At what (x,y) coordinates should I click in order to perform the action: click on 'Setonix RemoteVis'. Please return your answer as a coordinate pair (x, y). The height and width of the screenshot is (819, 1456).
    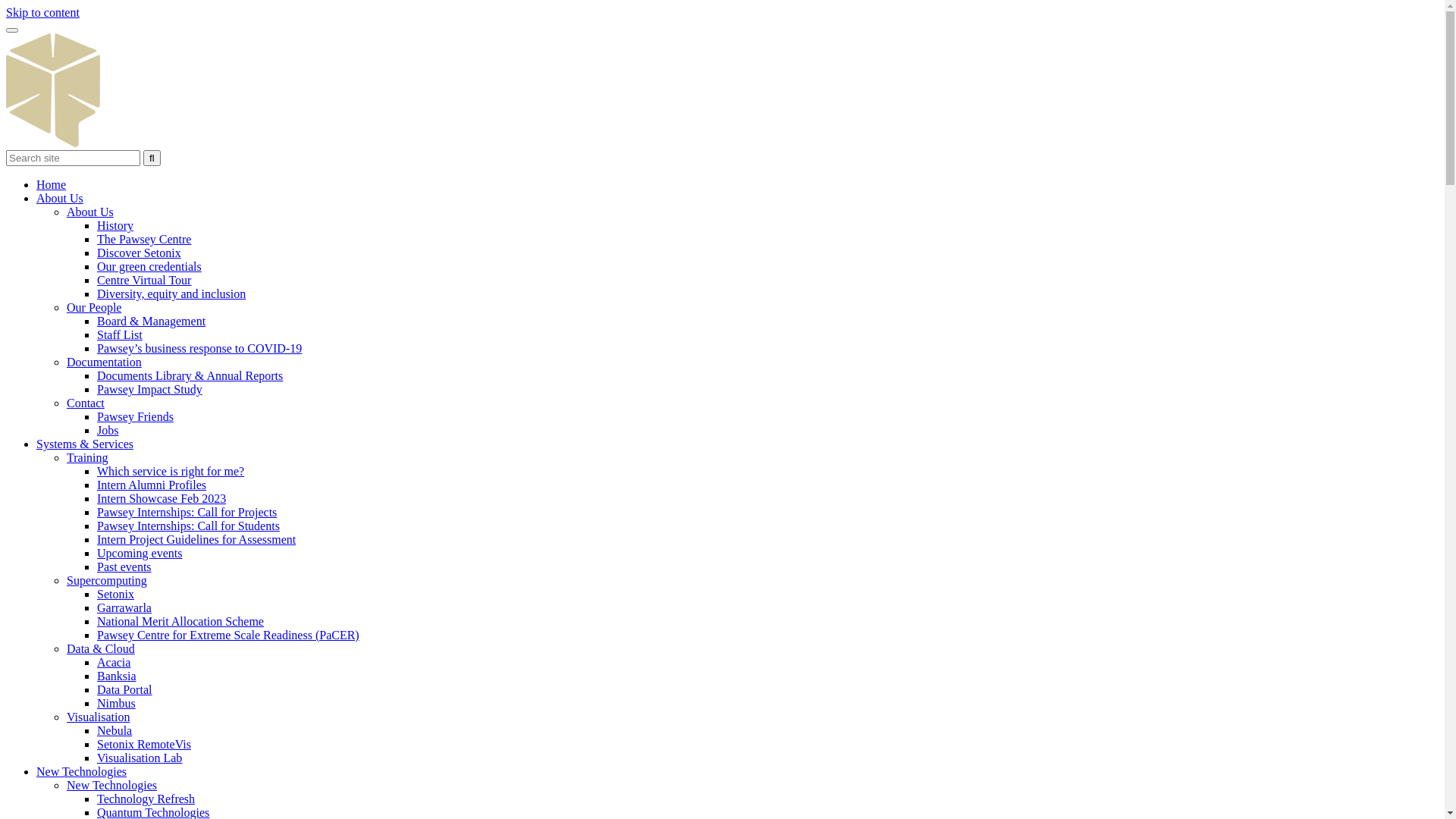
    Looking at the image, I should click on (144, 743).